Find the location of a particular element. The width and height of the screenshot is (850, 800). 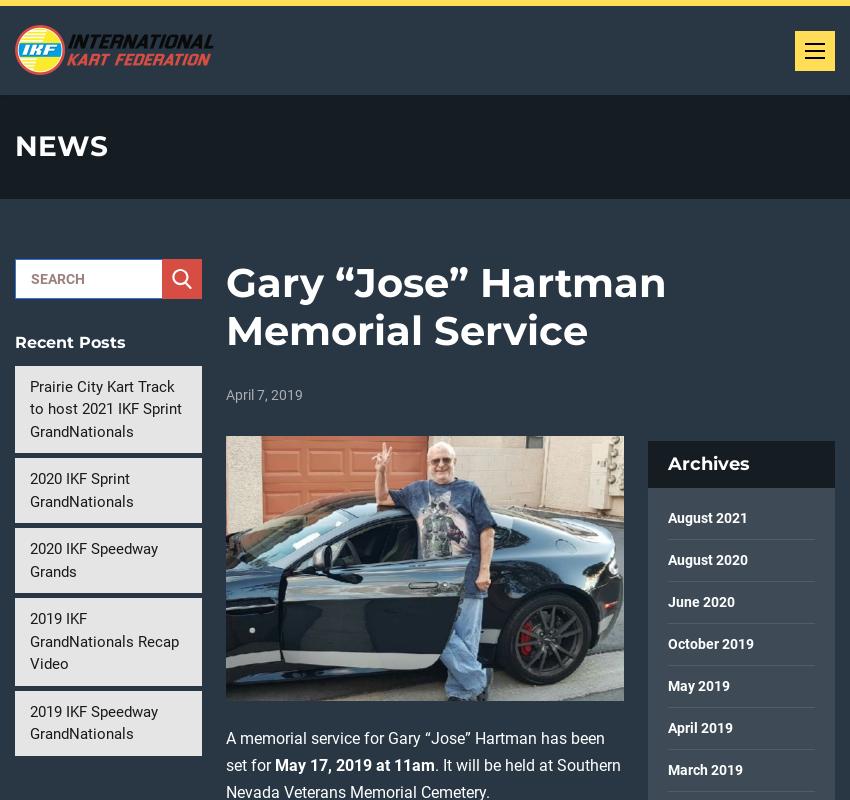

'April 2019' is located at coordinates (698, 725).